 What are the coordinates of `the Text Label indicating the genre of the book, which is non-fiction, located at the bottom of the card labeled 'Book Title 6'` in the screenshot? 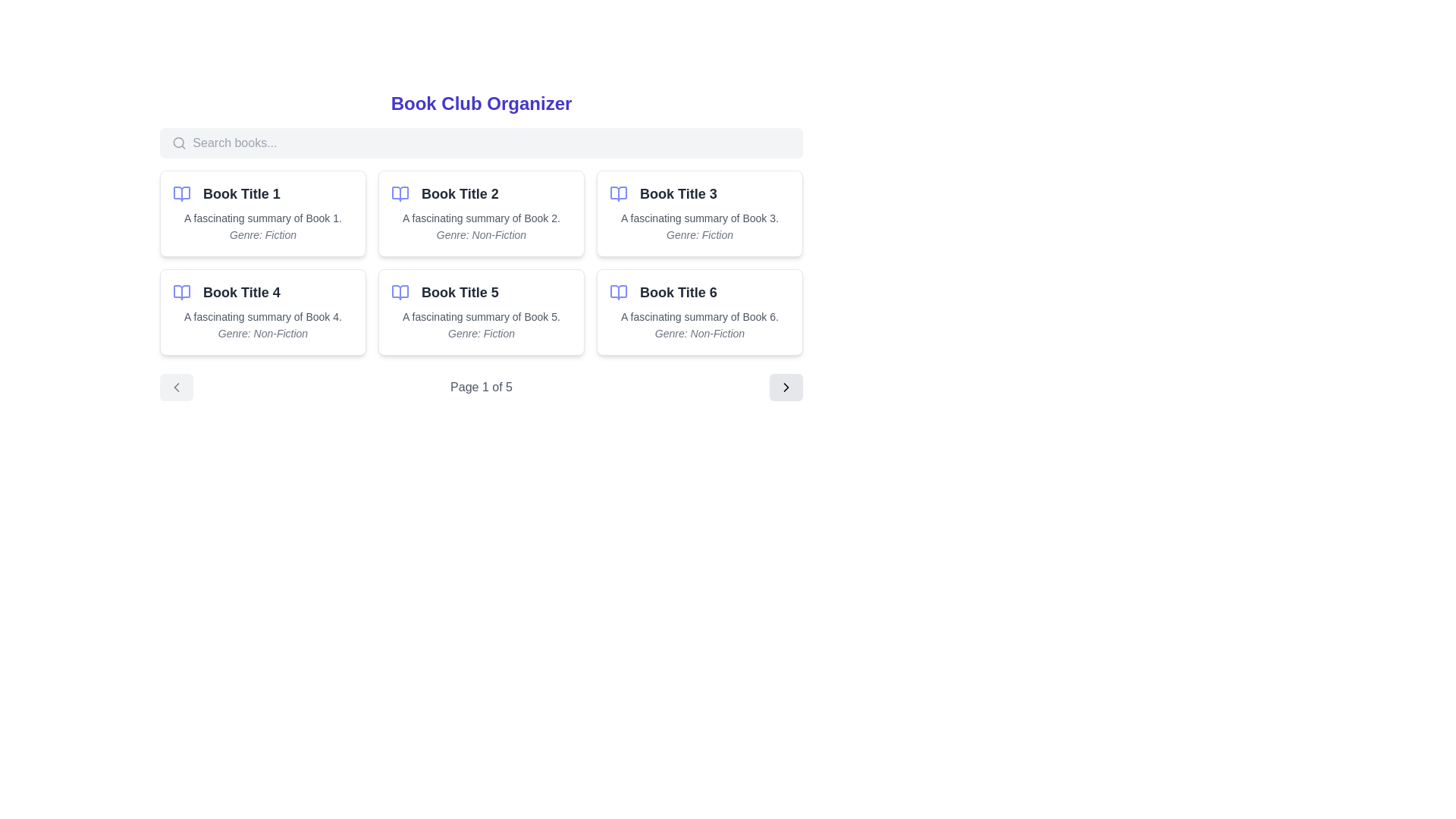 It's located at (698, 332).